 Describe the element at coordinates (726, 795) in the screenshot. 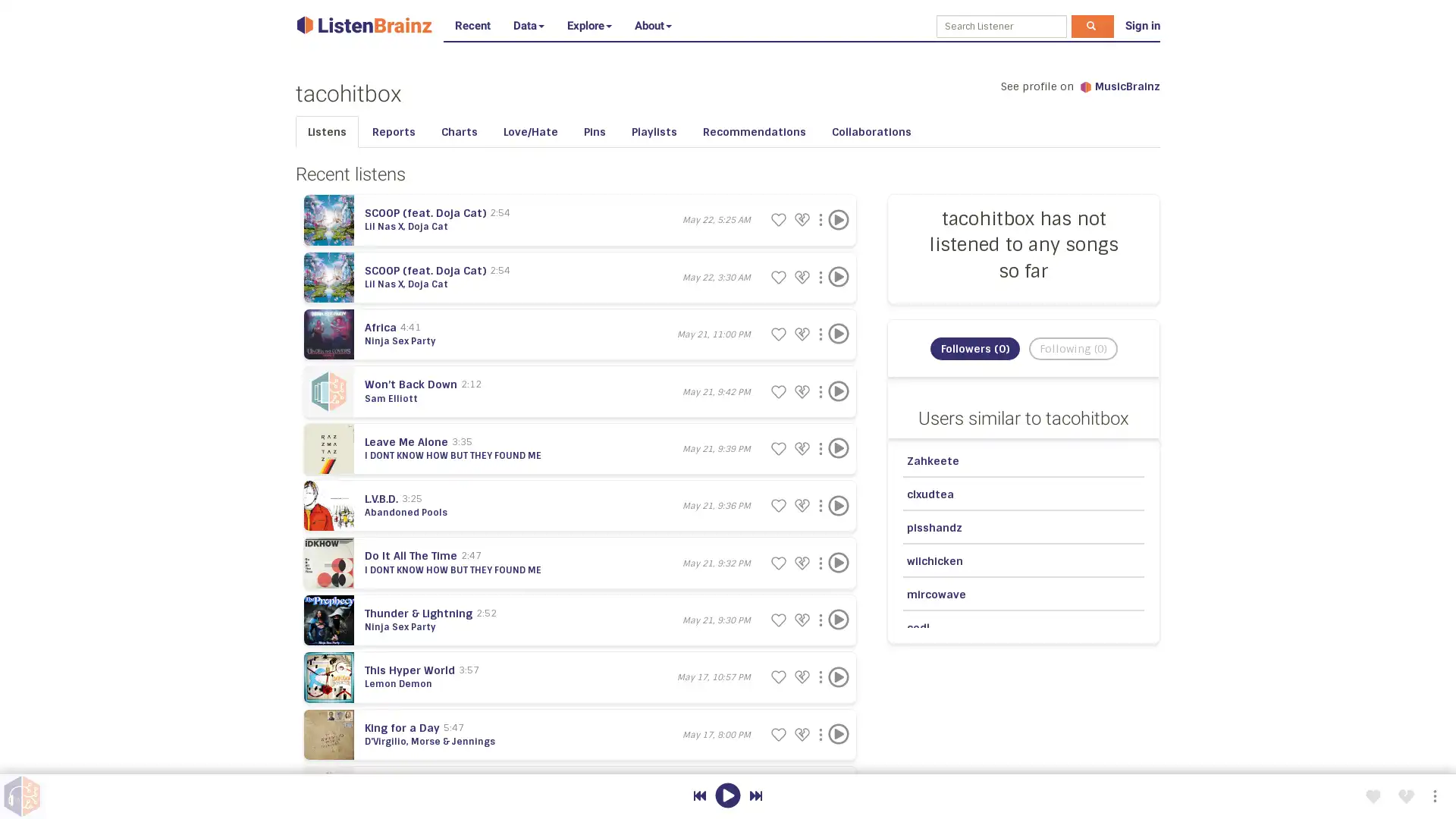

I see `Play` at that location.